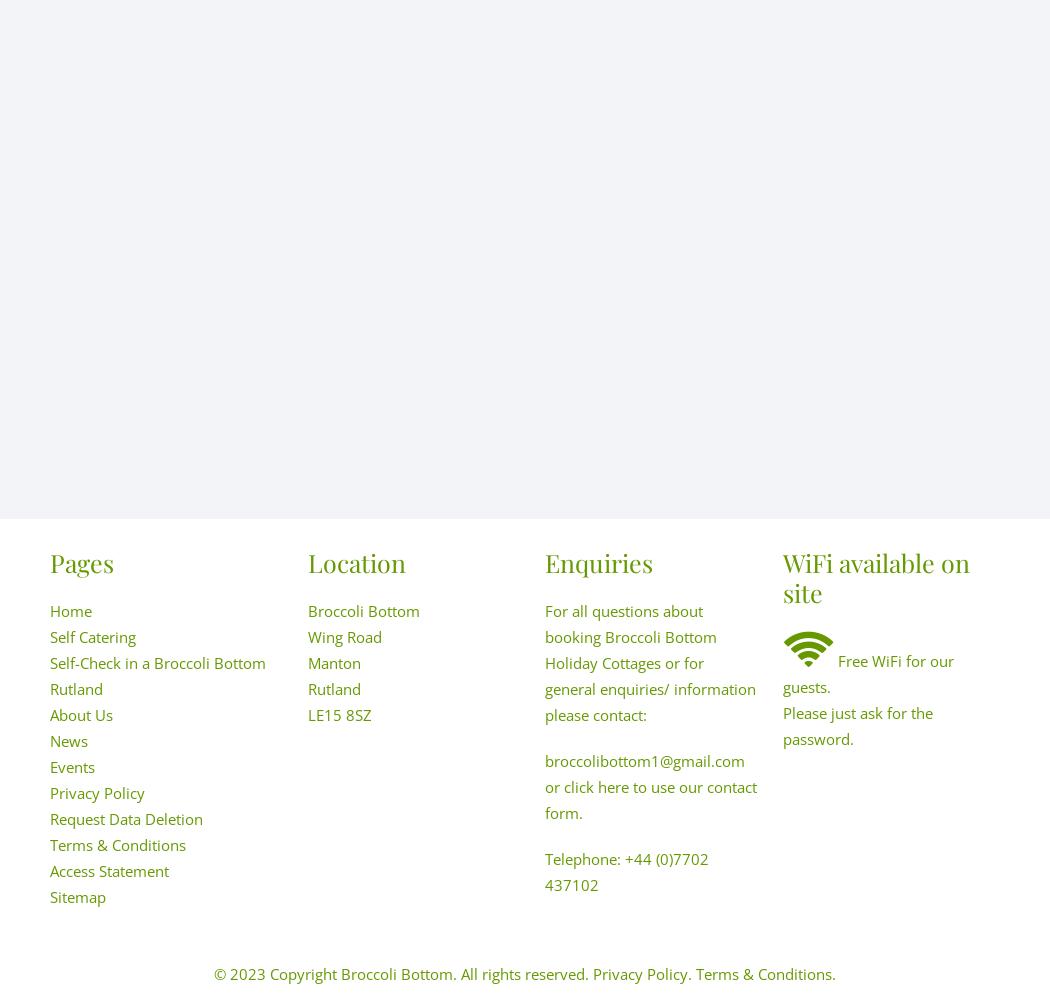 The height and width of the screenshot is (1000, 1050). What do you see at coordinates (82, 562) in the screenshot?
I see `'Pages'` at bounding box center [82, 562].